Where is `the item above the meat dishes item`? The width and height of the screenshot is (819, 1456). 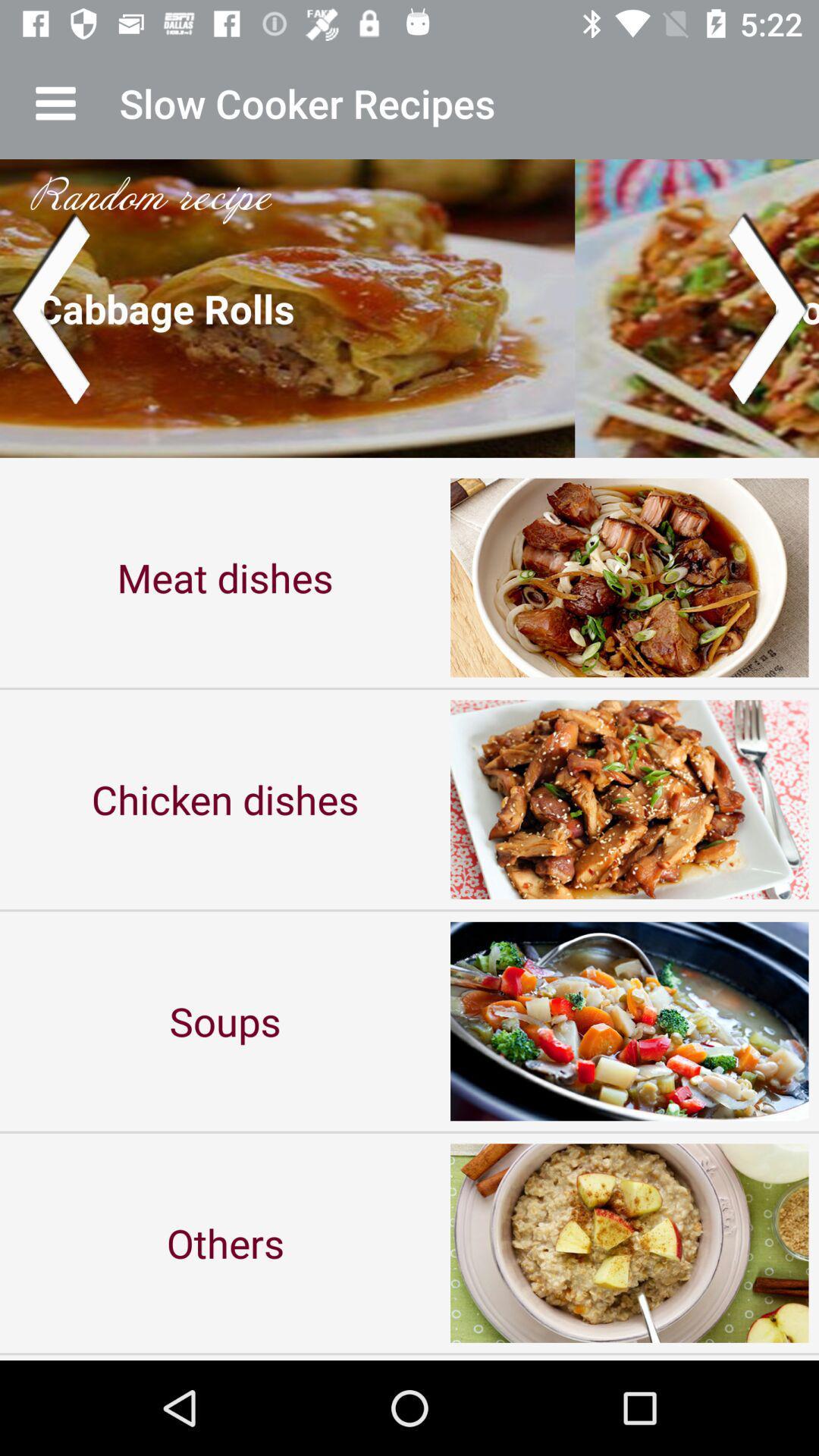
the item above the meat dishes item is located at coordinates (409, 307).